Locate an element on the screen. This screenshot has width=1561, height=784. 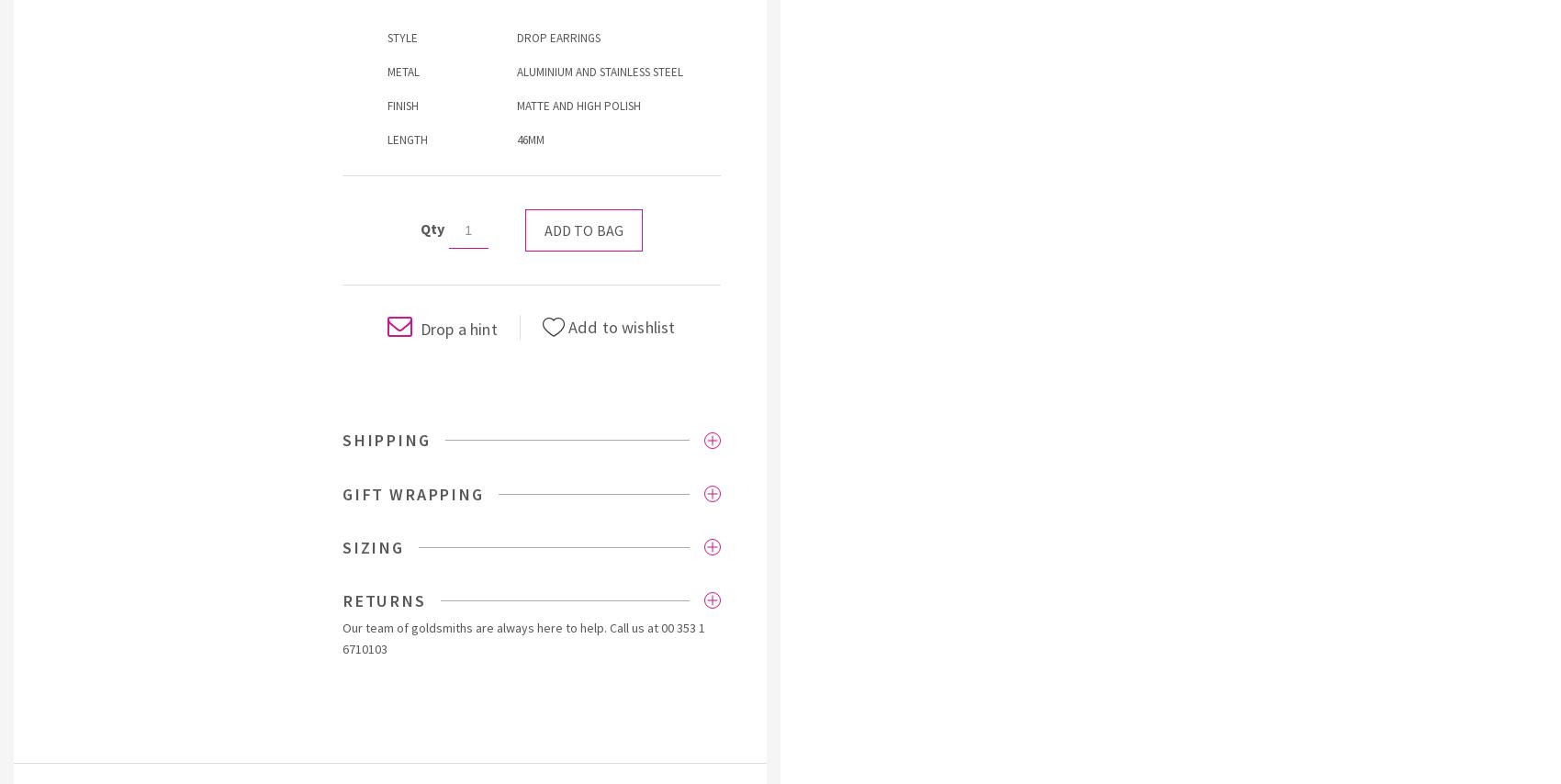
'00 353 1 6710103' is located at coordinates (522, 636).